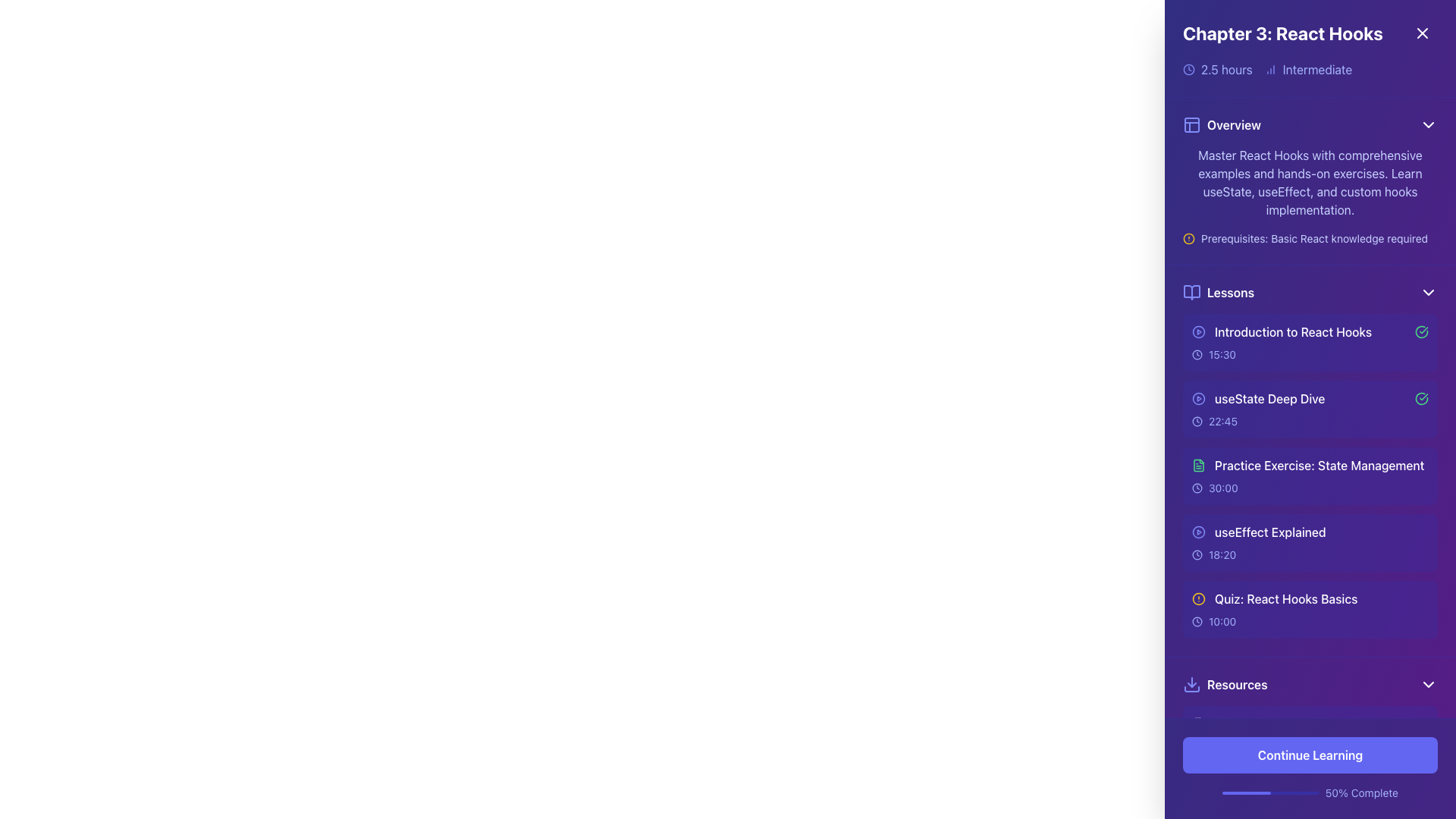 The height and width of the screenshot is (819, 1456). What do you see at coordinates (1270, 70) in the screenshot?
I see `the small, square icon representing an increasing bar chart with rounded edges and an indigo tint, located to the left of the text 'Intermediate'` at bounding box center [1270, 70].